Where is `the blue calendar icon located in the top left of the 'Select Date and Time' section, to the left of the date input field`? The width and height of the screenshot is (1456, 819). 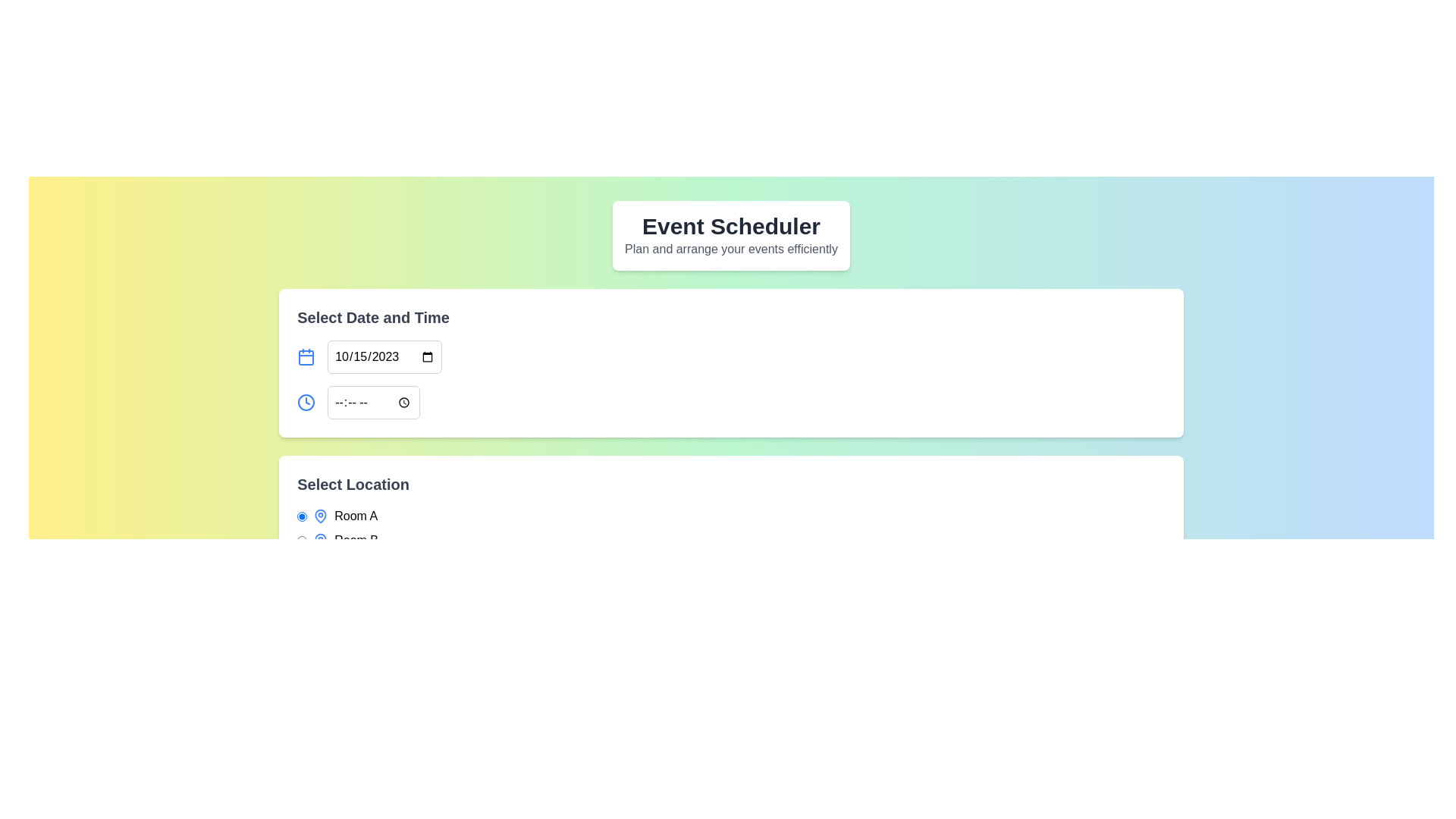 the blue calendar icon located in the top left of the 'Select Date and Time' section, to the left of the date input field is located at coordinates (306, 356).